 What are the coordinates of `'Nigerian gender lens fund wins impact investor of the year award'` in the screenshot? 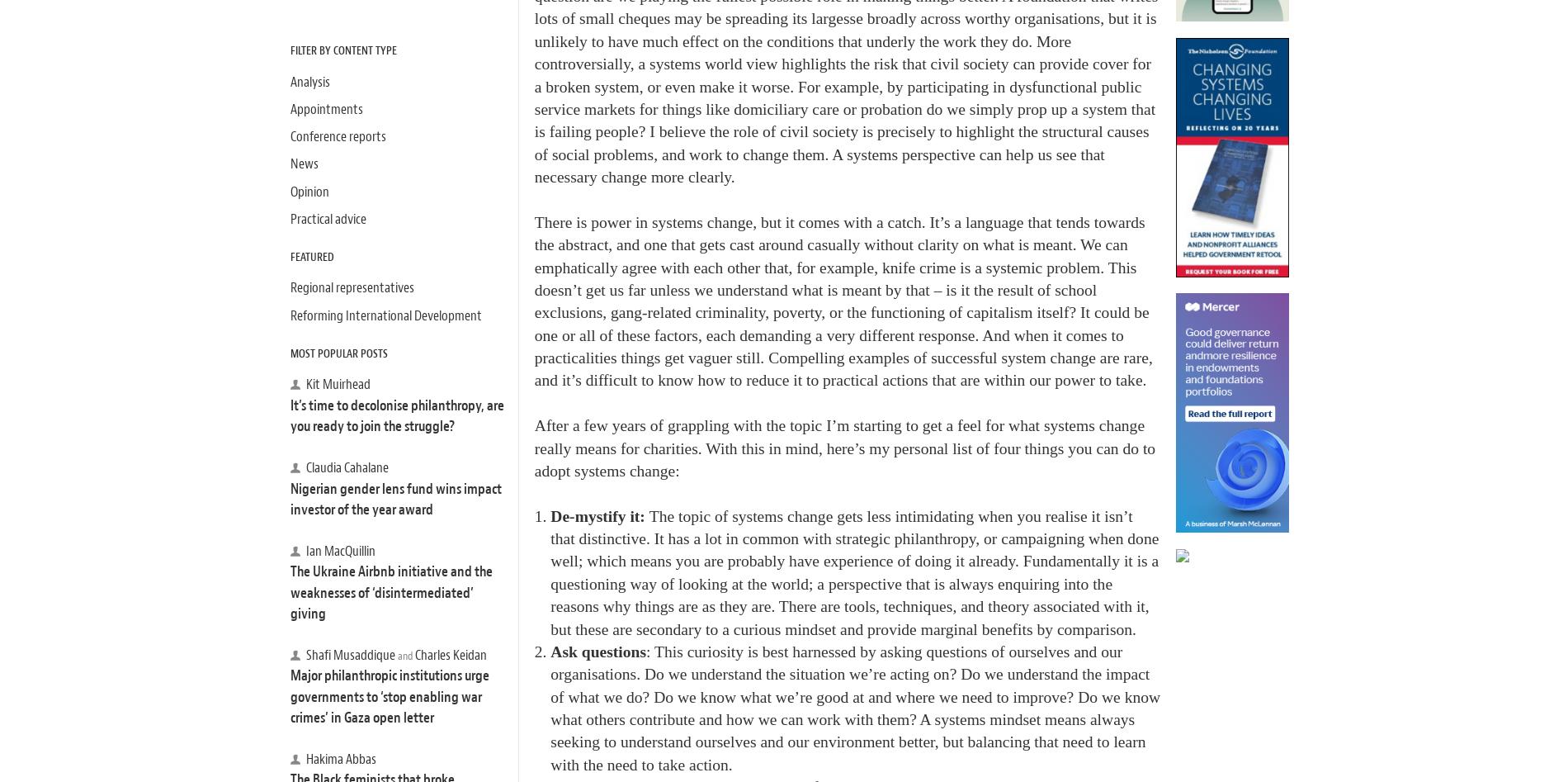 It's located at (395, 498).